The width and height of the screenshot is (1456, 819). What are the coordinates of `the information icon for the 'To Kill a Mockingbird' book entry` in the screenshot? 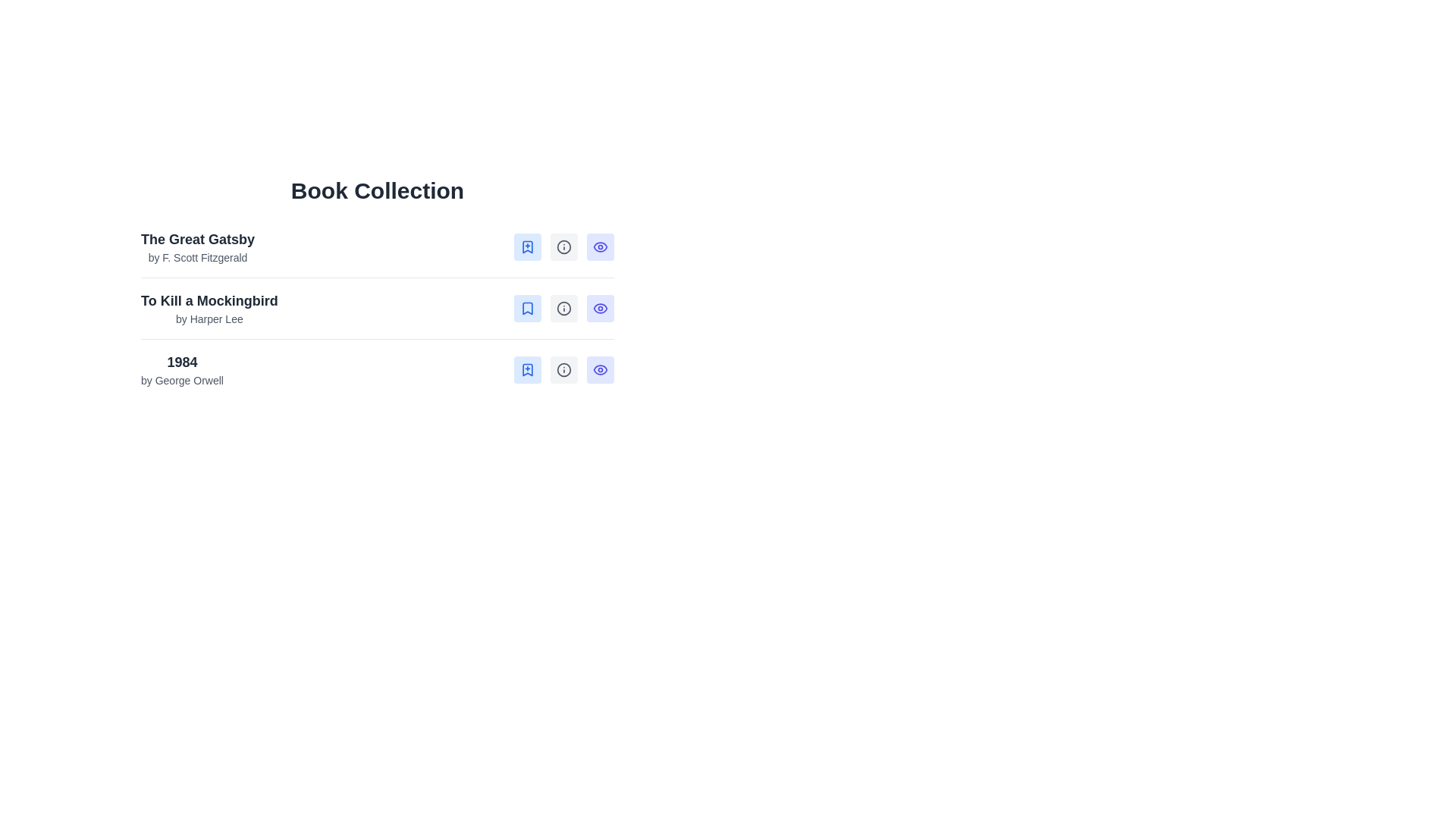 It's located at (563, 308).